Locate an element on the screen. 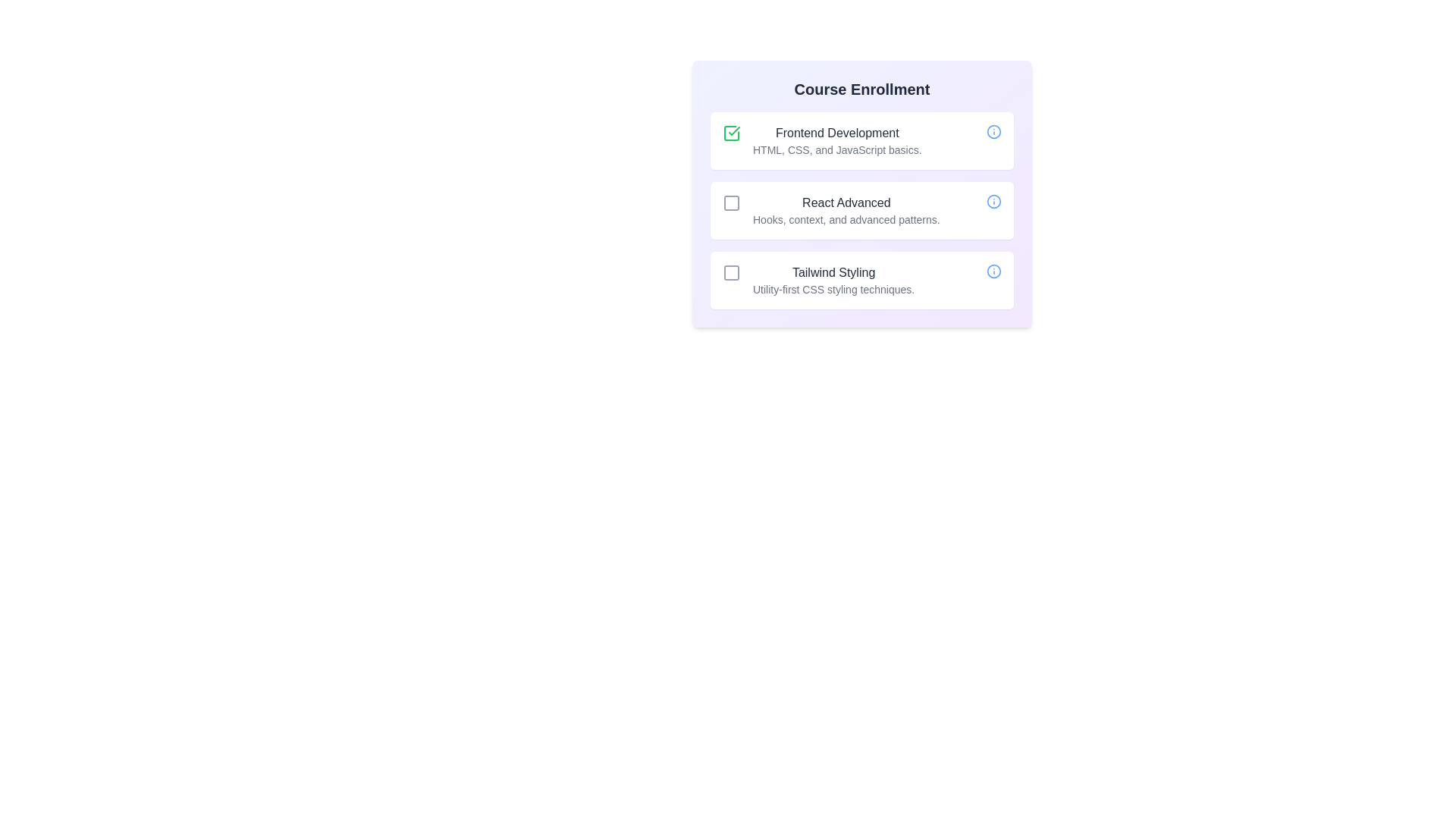  the square Checkbox element next to the 'Tailwind Styling' course option by is located at coordinates (731, 271).